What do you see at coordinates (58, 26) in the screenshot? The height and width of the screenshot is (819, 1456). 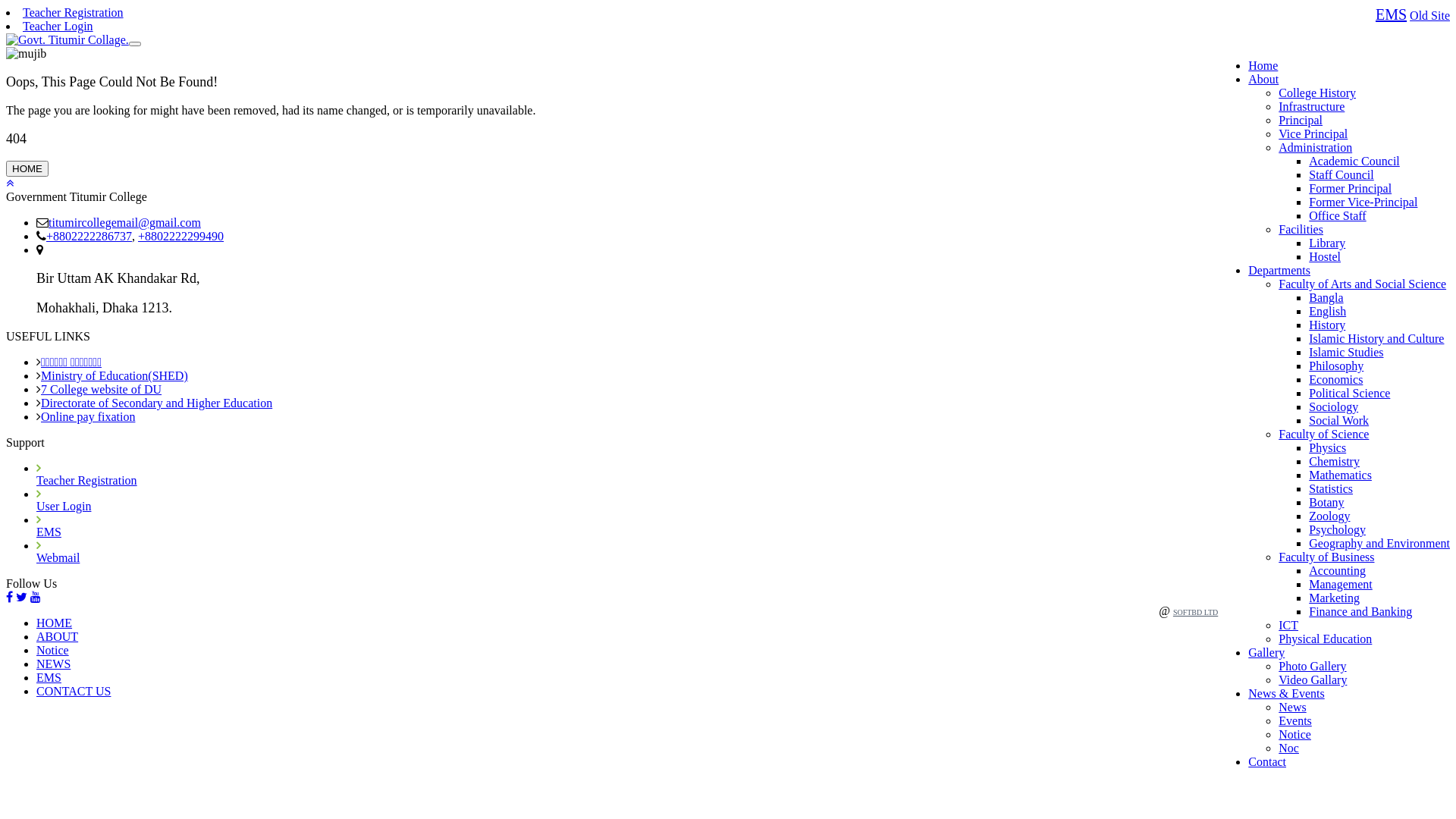 I see `'Teacher Login'` at bounding box center [58, 26].